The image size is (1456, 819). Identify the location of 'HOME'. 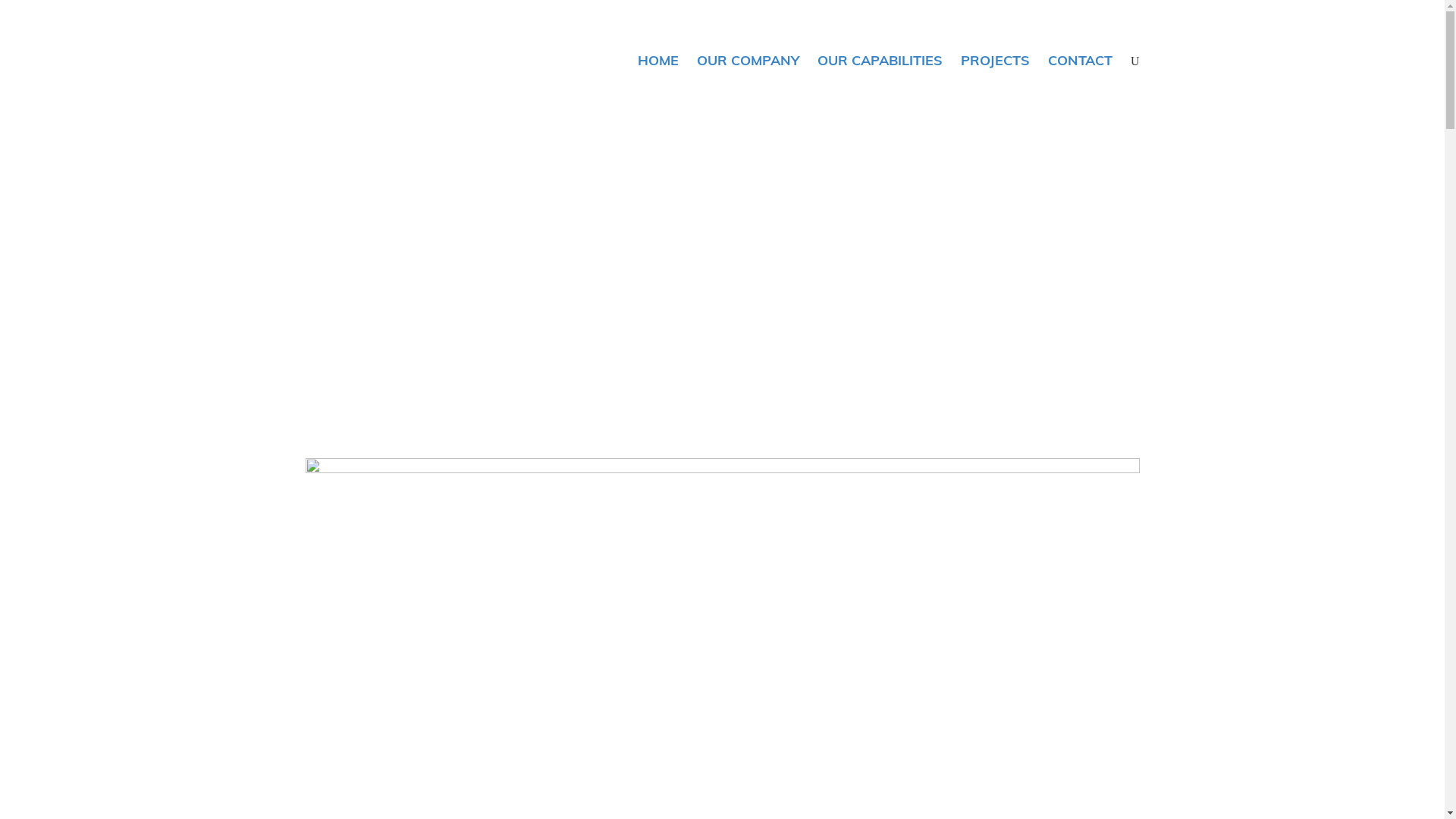
(658, 60).